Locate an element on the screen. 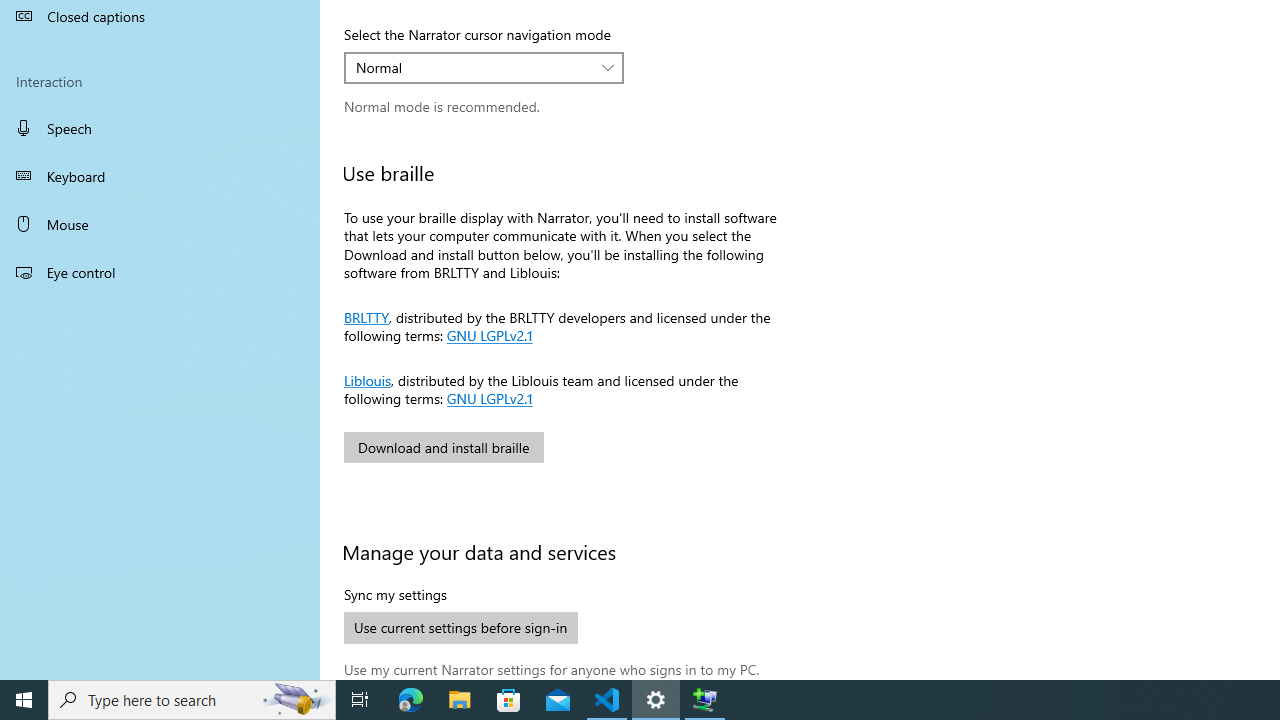 The height and width of the screenshot is (720, 1280). 'Eye control' is located at coordinates (160, 271).